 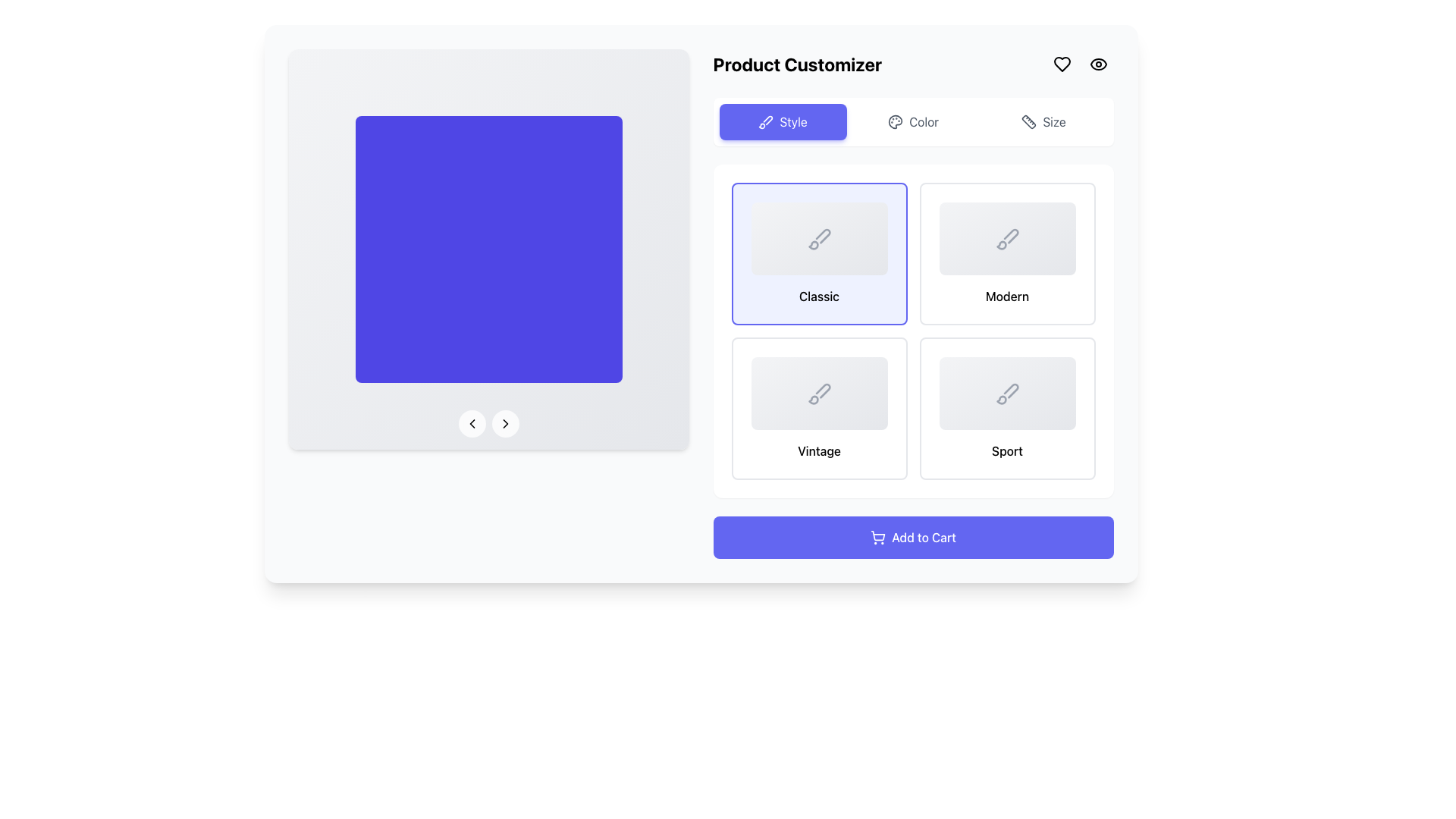 I want to click on keyboard navigation, so click(x=812, y=244).